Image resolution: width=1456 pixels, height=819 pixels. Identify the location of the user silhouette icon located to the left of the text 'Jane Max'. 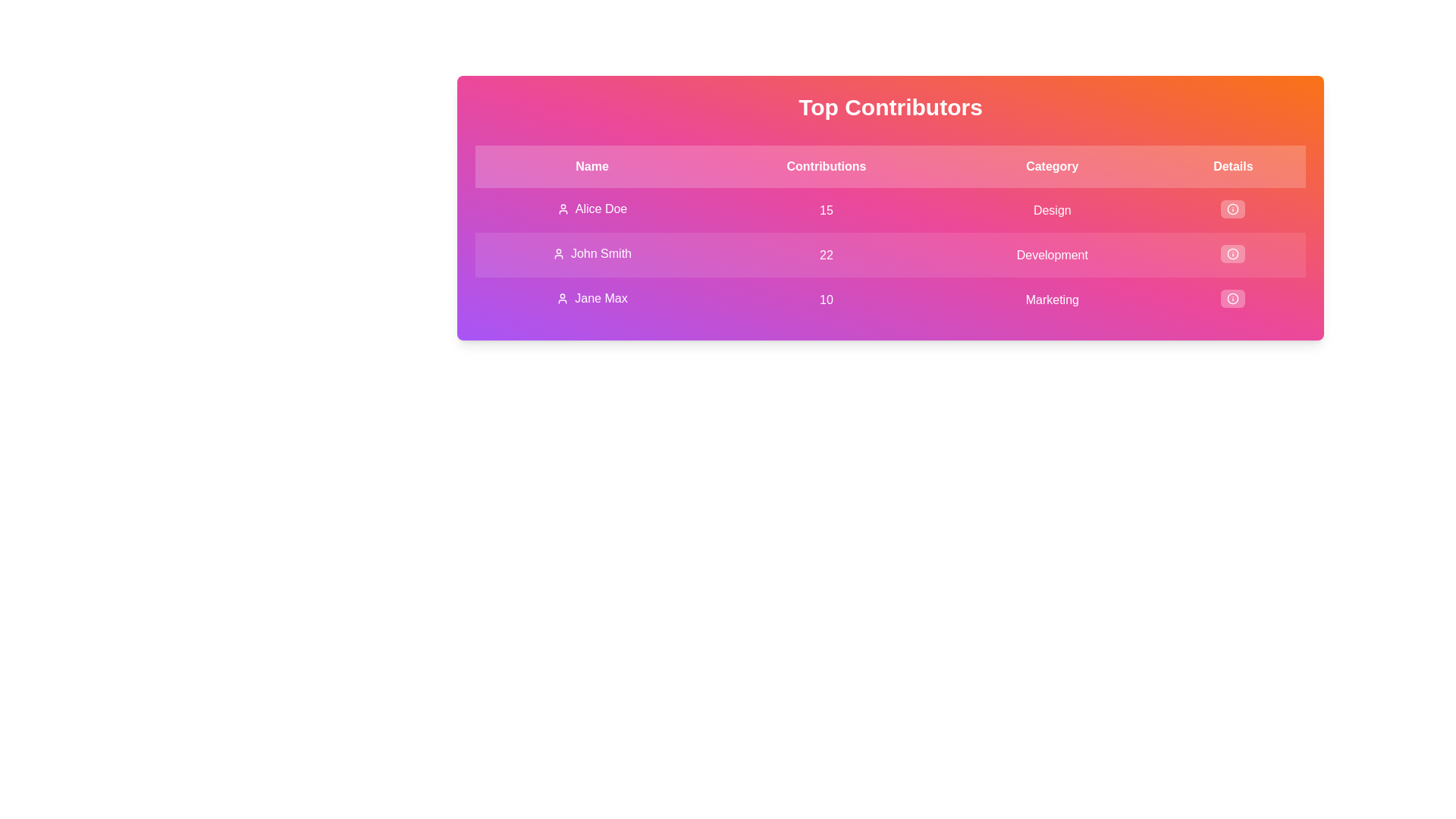
(562, 298).